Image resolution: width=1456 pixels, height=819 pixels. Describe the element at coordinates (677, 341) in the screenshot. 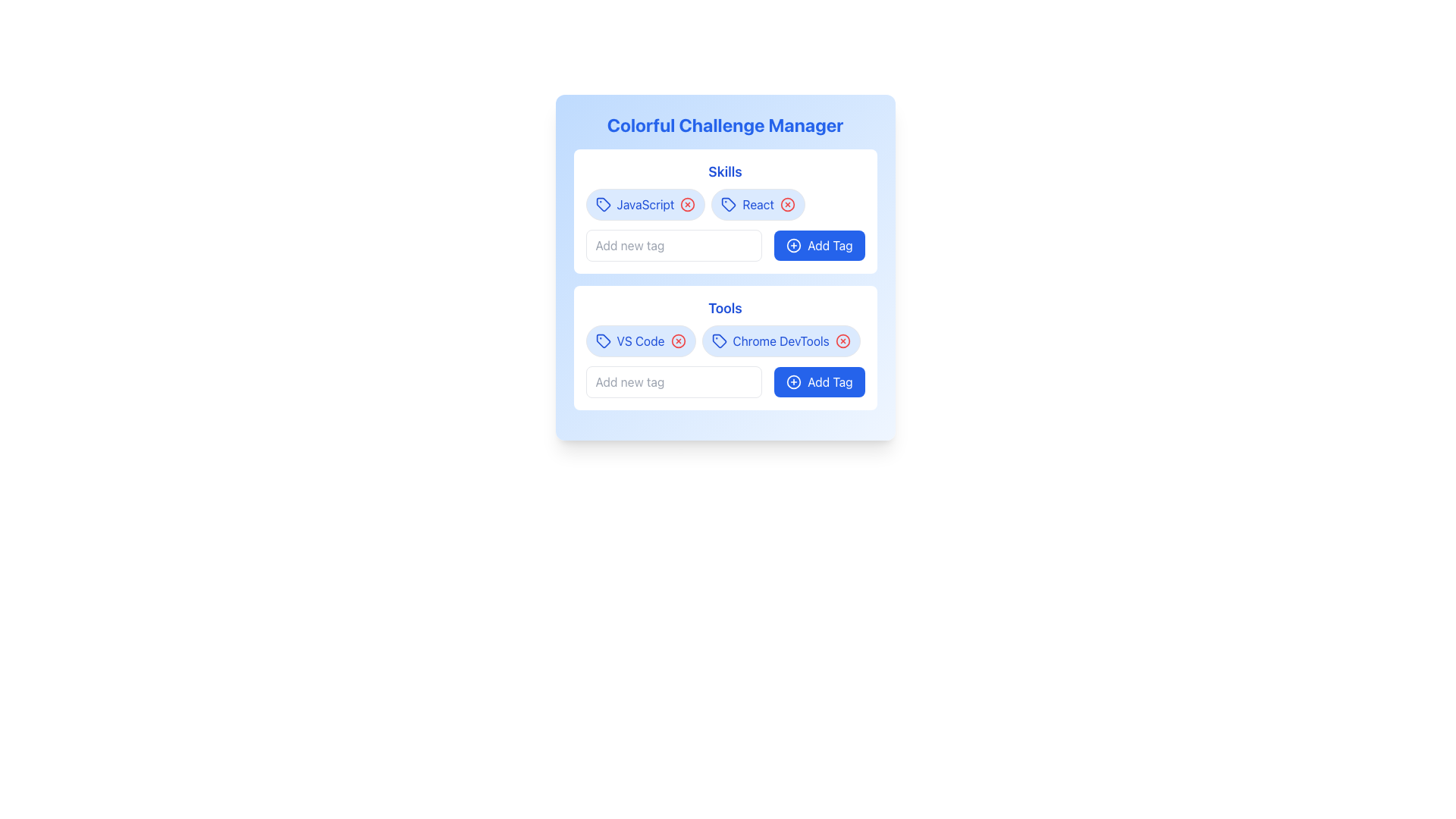

I see `the Circular SVG element of the delete button associated with the 'VS Code' tag` at that location.